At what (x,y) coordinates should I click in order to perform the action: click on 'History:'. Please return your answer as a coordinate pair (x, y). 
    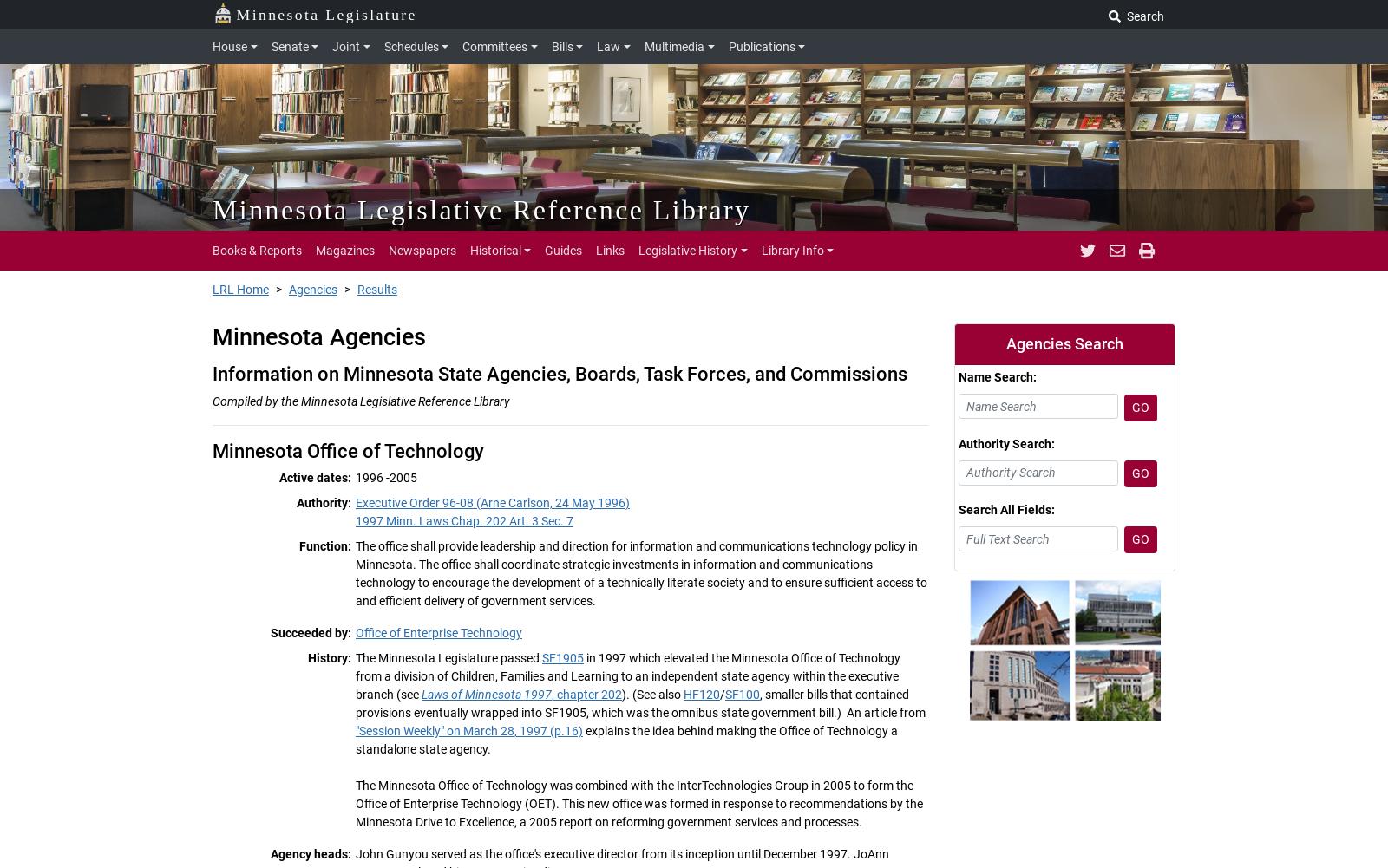
    Looking at the image, I should click on (330, 657).